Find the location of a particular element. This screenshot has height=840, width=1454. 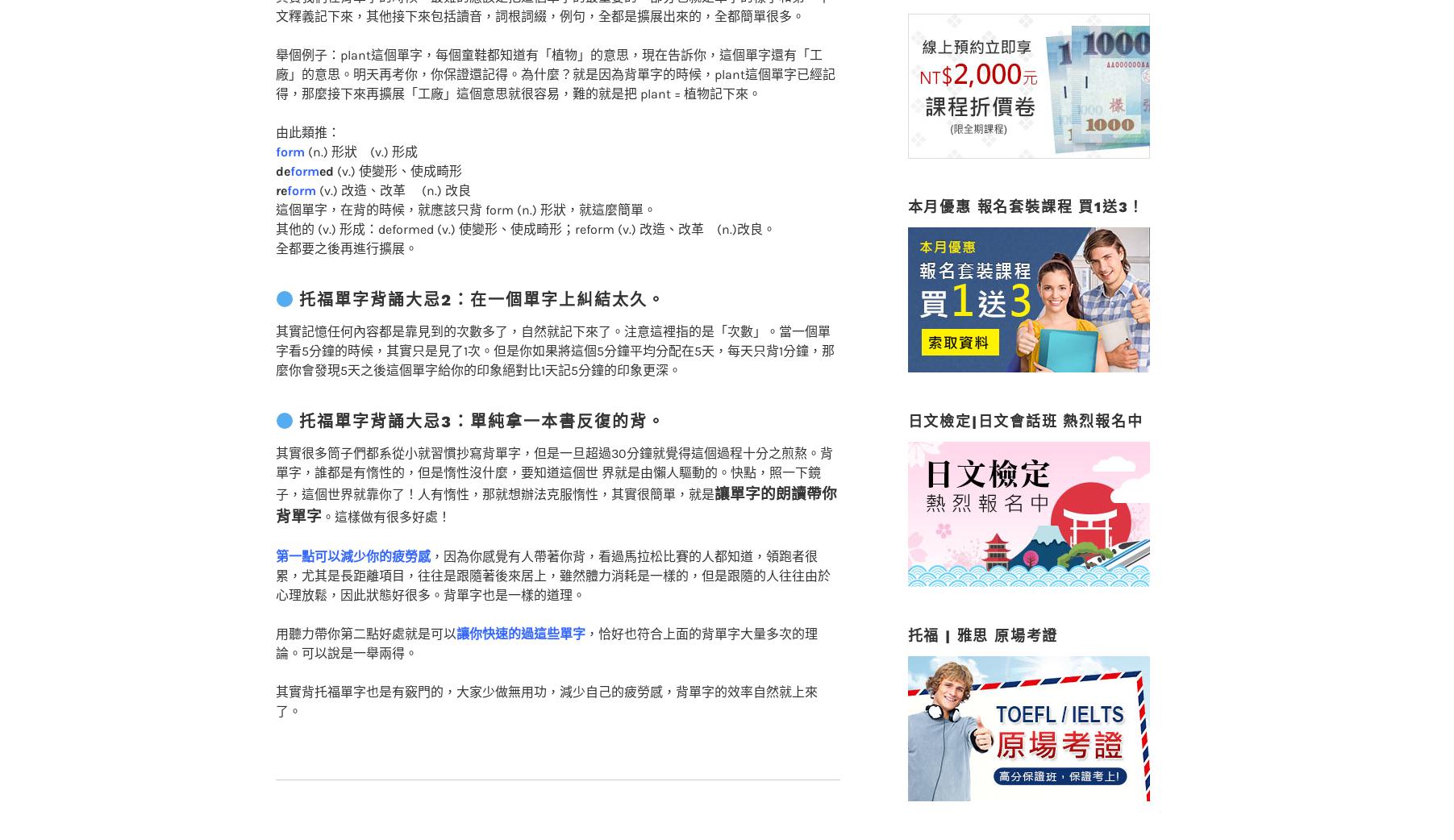

'其他的 (v.) 形成：deformed (v.) 使變形、使成畸形；reform (v.) 改造、改革　(n.)改良。' is located at coordinates (273, 196).